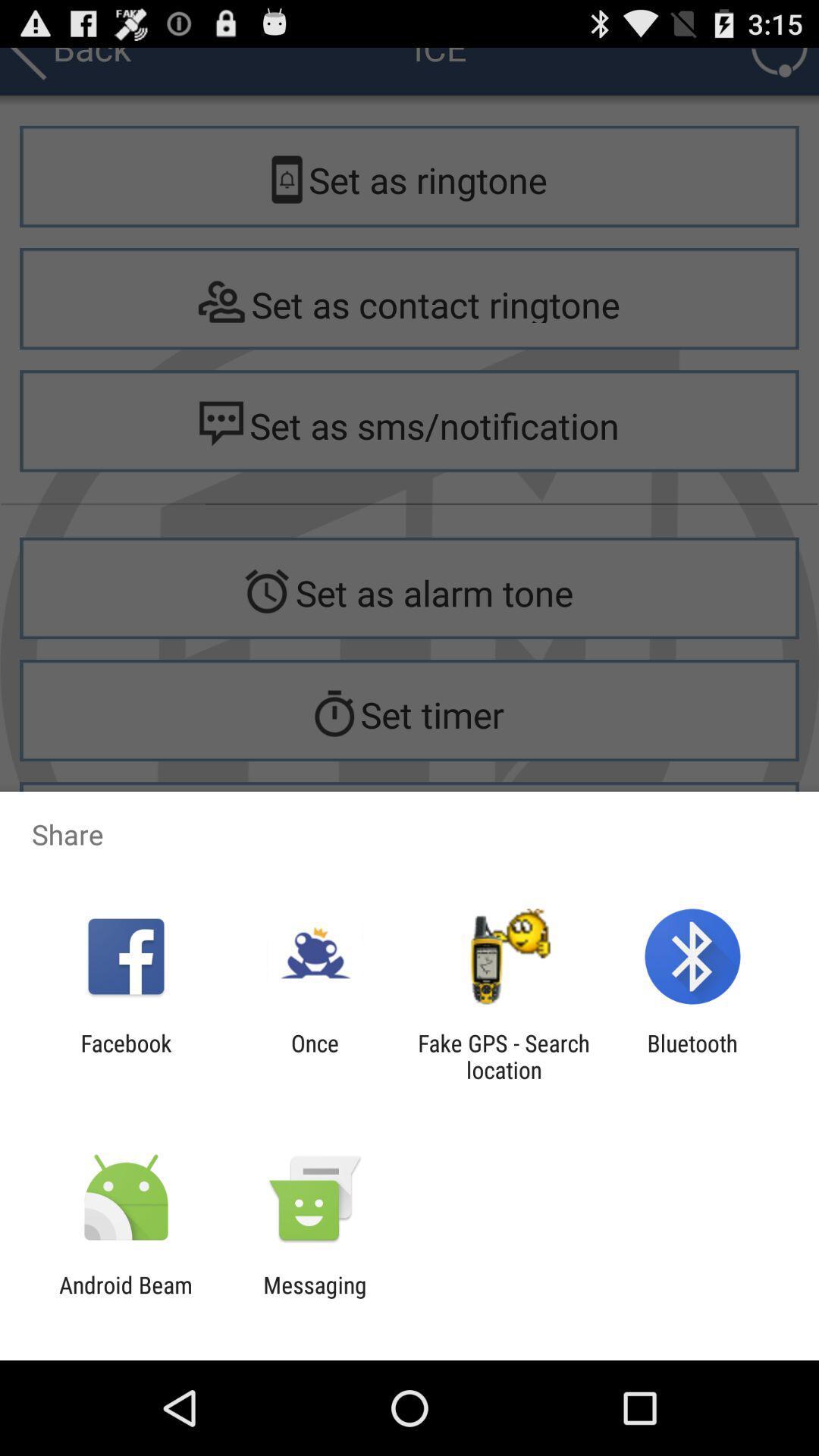  I want to click on icon next to android beam icon, so click(314, 1298).